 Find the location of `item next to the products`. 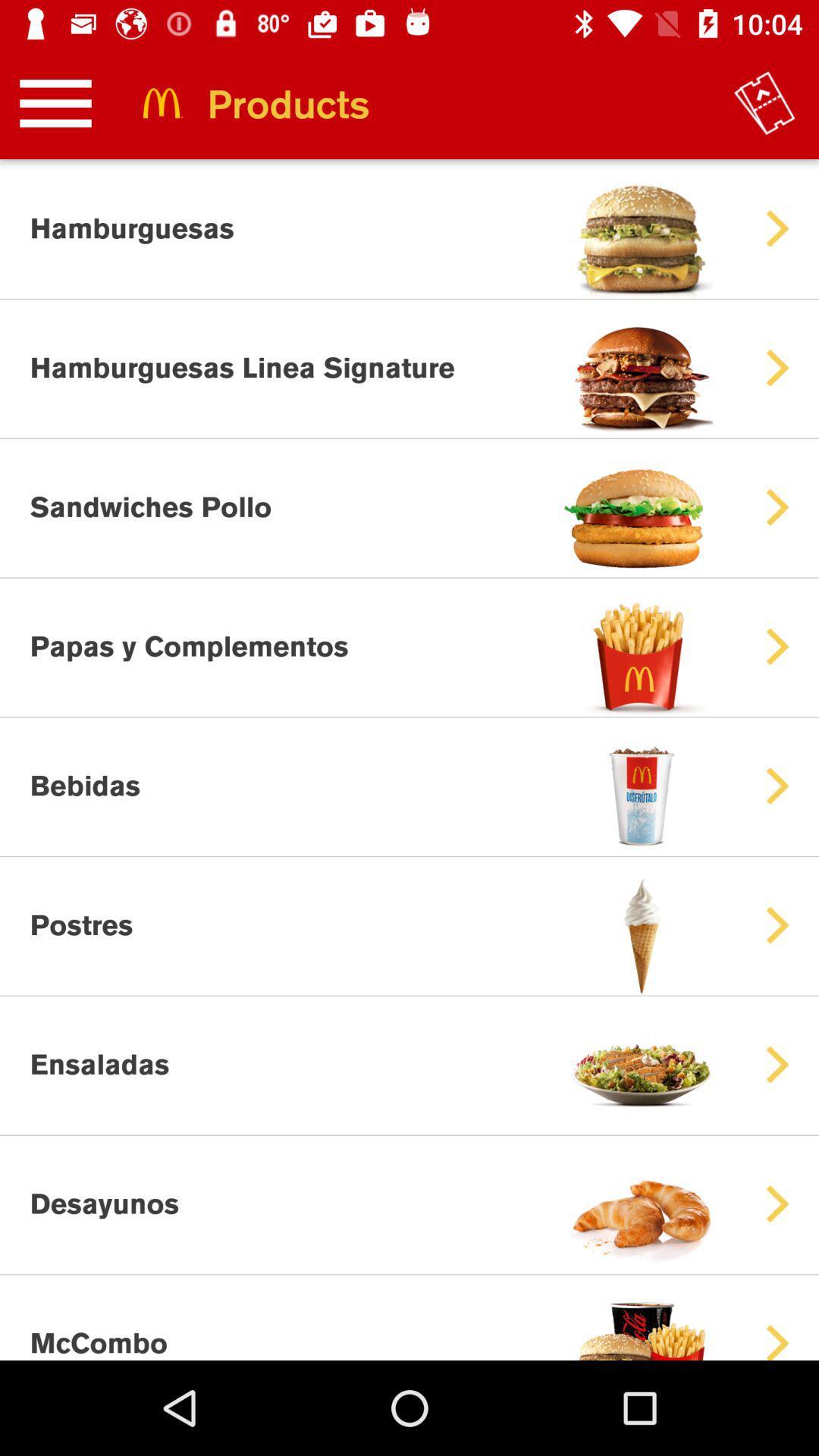

item next to the products is located at coordinates (764, 102).